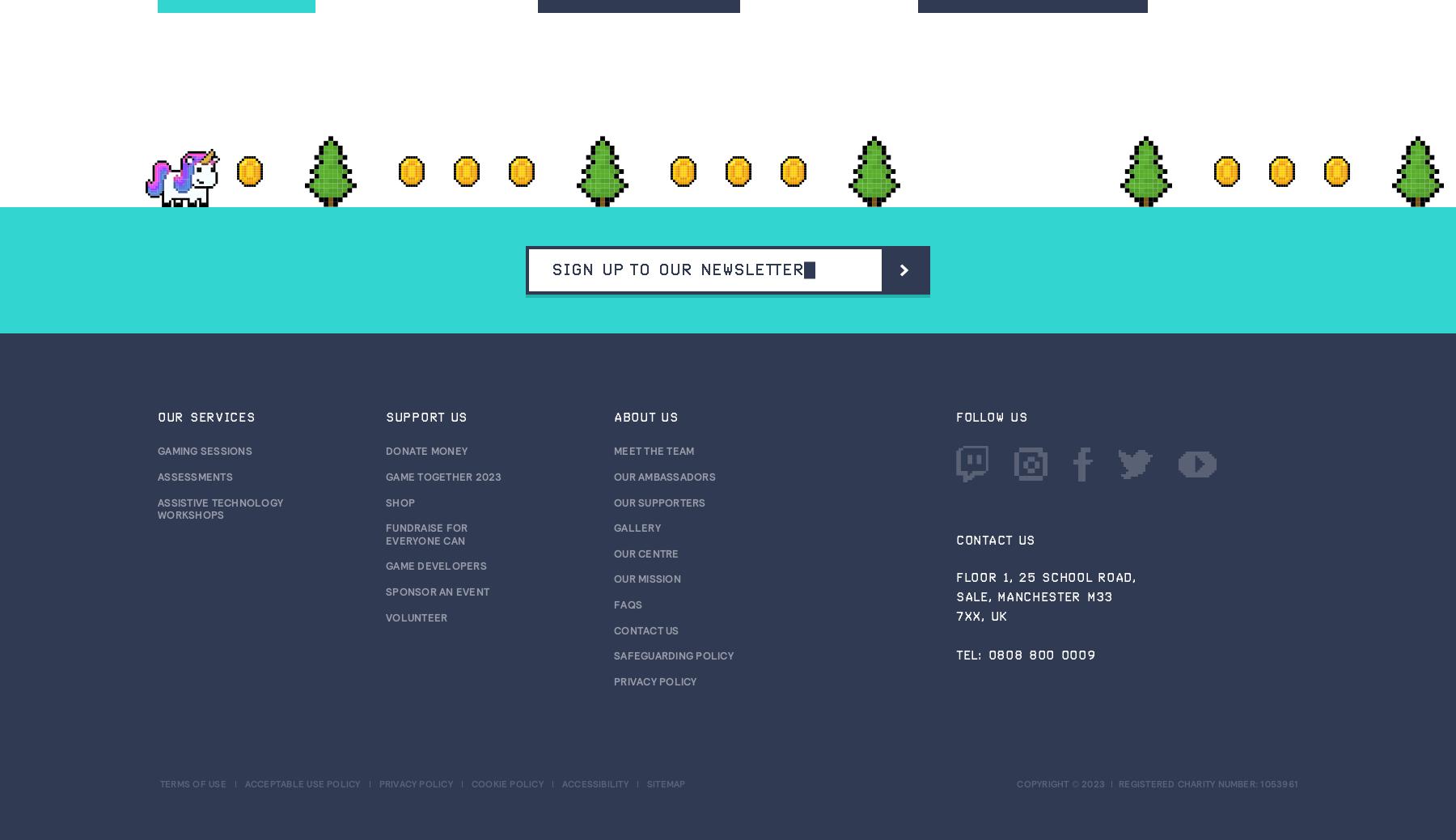  Describe the element at coordinates (627, 604) in the screenshot. I see `'FAQs'` at that location.